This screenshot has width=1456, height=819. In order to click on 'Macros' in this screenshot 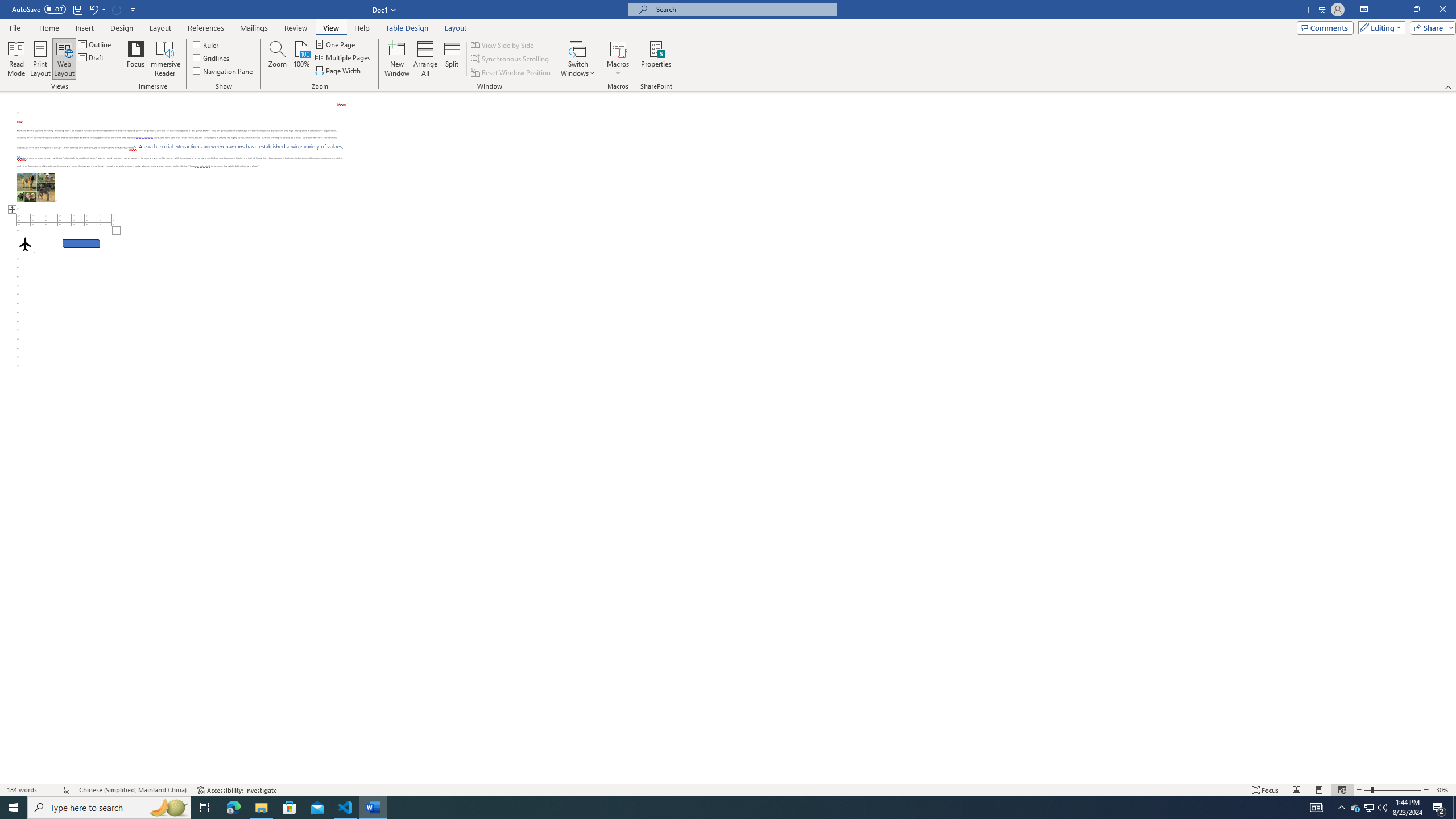, I will do `click(617, 59)`.